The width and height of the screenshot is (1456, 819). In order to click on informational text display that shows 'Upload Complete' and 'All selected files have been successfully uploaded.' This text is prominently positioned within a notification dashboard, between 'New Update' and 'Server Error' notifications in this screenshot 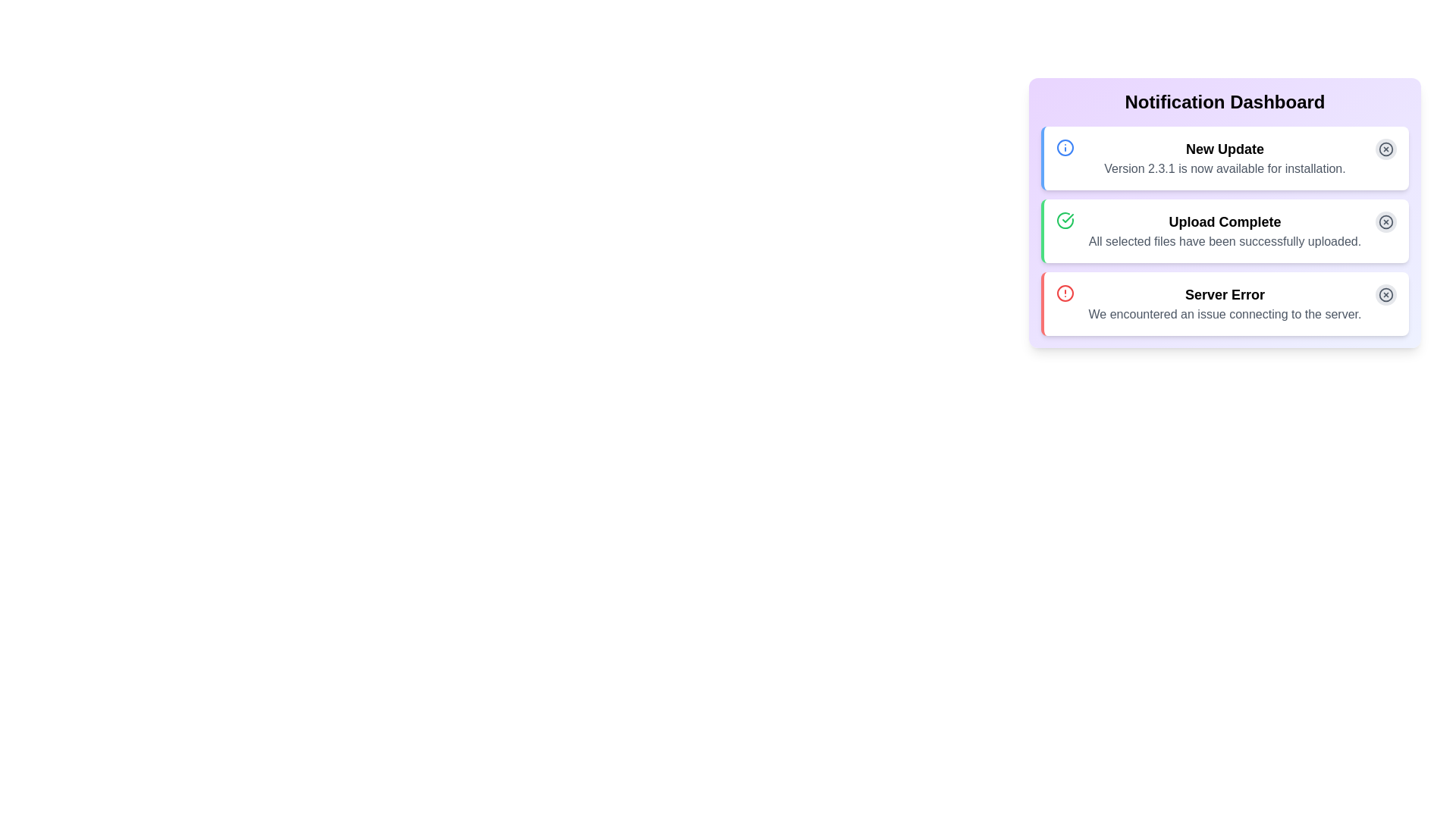, I will do `click(1225, 231)`.